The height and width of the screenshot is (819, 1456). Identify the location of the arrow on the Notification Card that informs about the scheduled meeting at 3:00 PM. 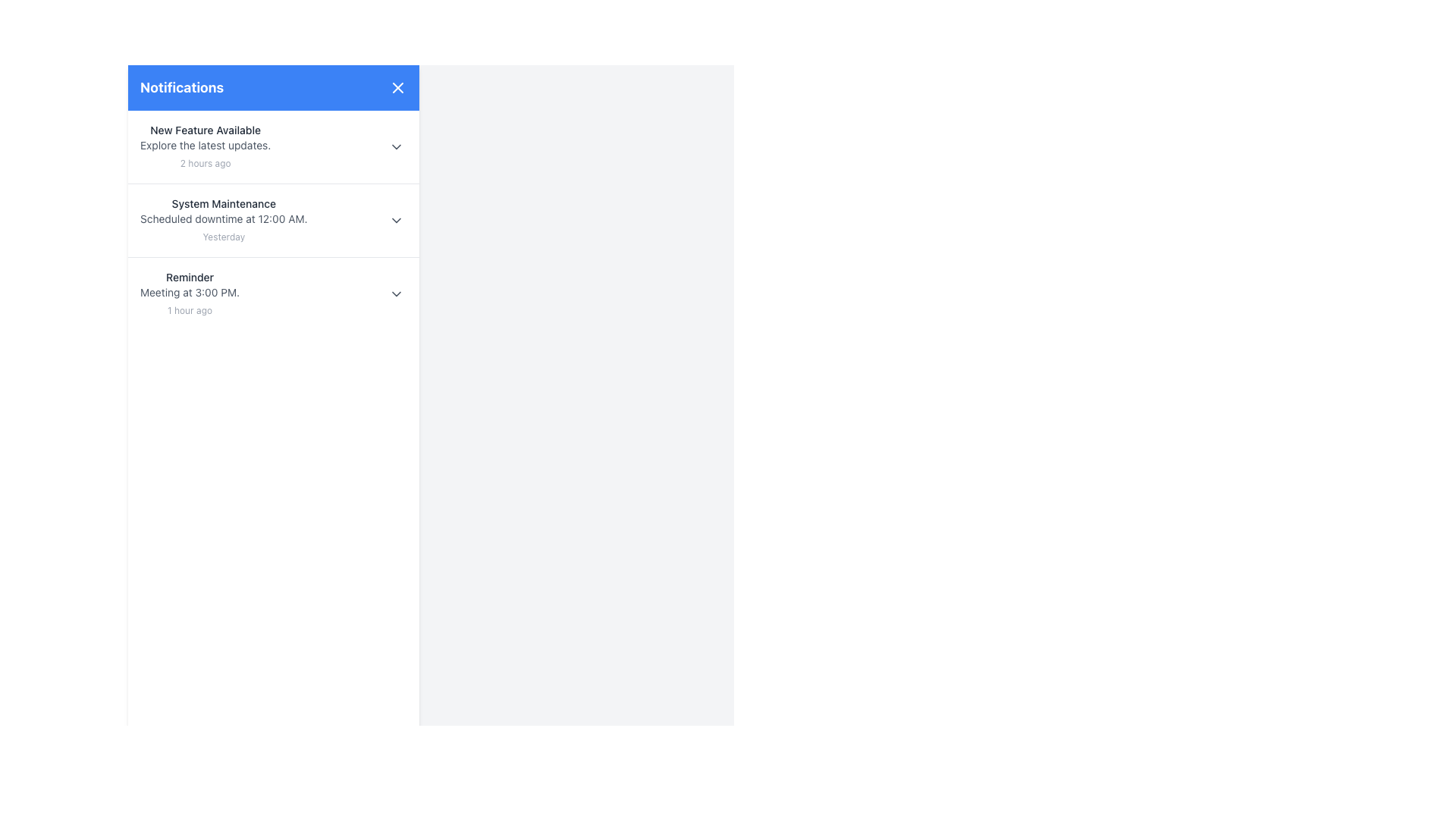
(273, 293).